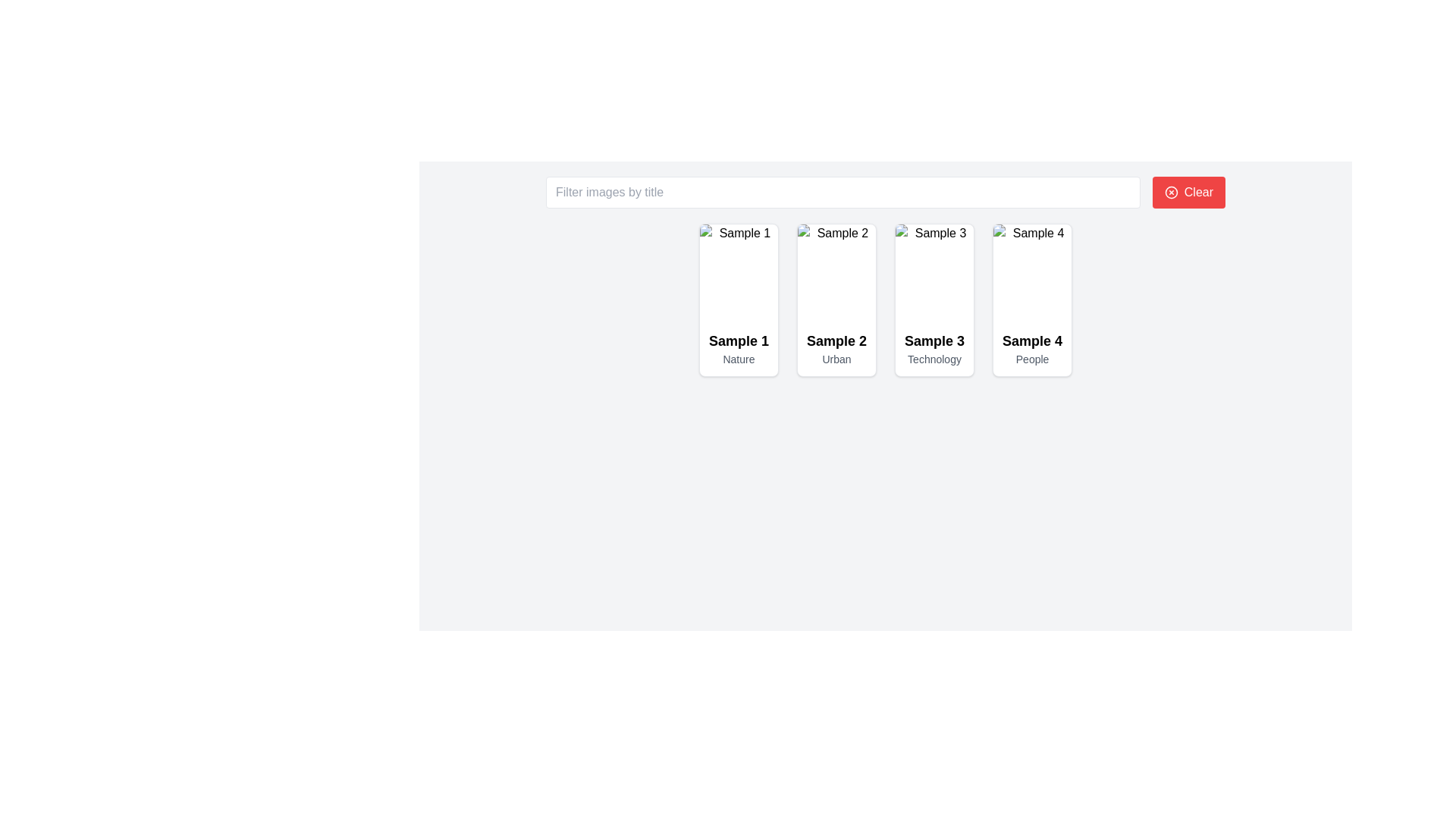 This screenshot has height=819, width=1456. Describe the element at coordinates (1031, 271) in the screenshot. I see `the image that represents the primary focus of the fourth card titled 'Sample 4', located at the top section of the card` at that location.